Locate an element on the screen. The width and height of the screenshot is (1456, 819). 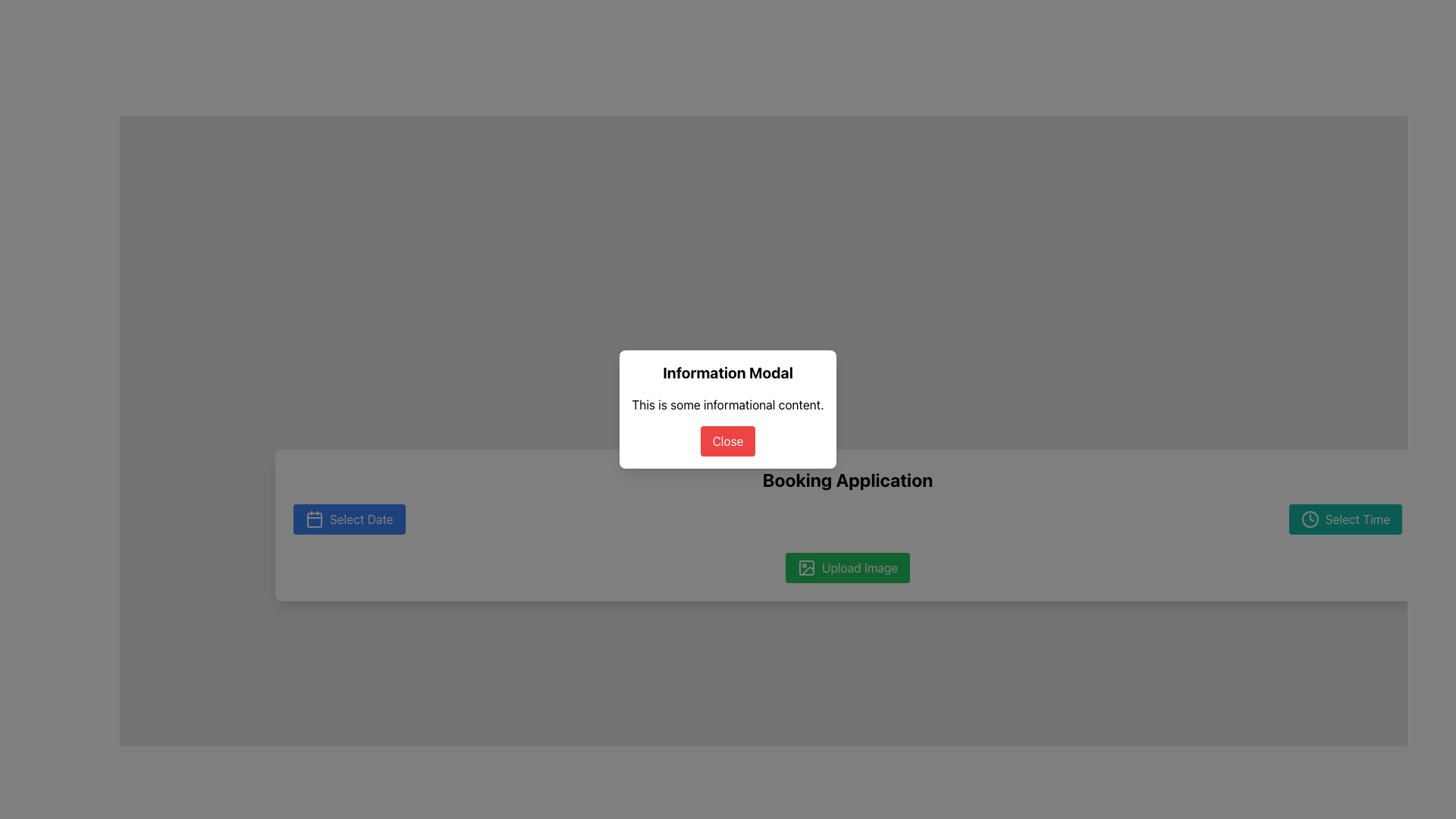
the close button located at the bottom of the modal dialog is located at coordinates (728, 441).